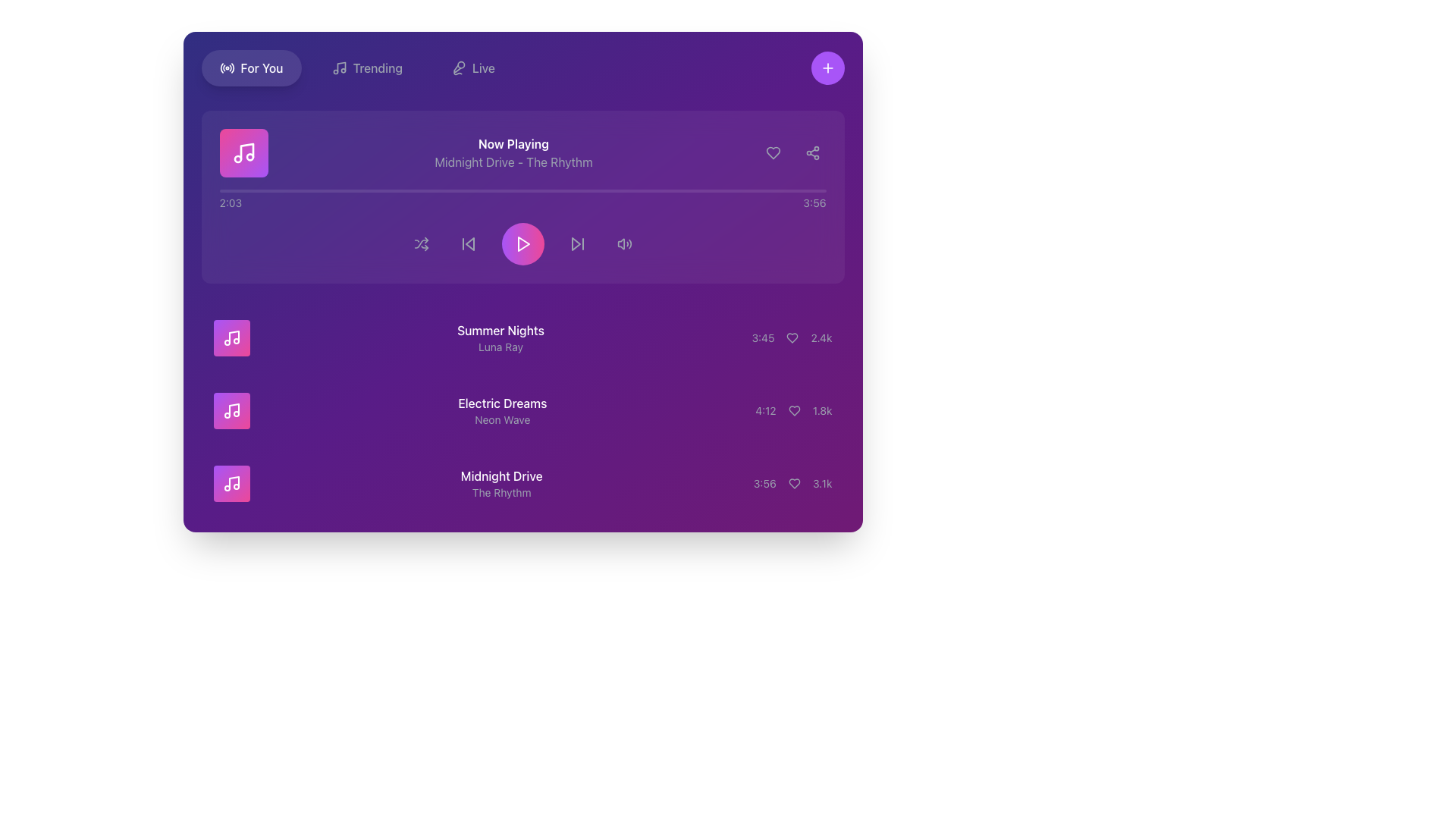 The image size is (1456, 819). I want to click on the list item displaying the music track 'Midnight Drive' by 'The Rhythm', so click(522, 483).